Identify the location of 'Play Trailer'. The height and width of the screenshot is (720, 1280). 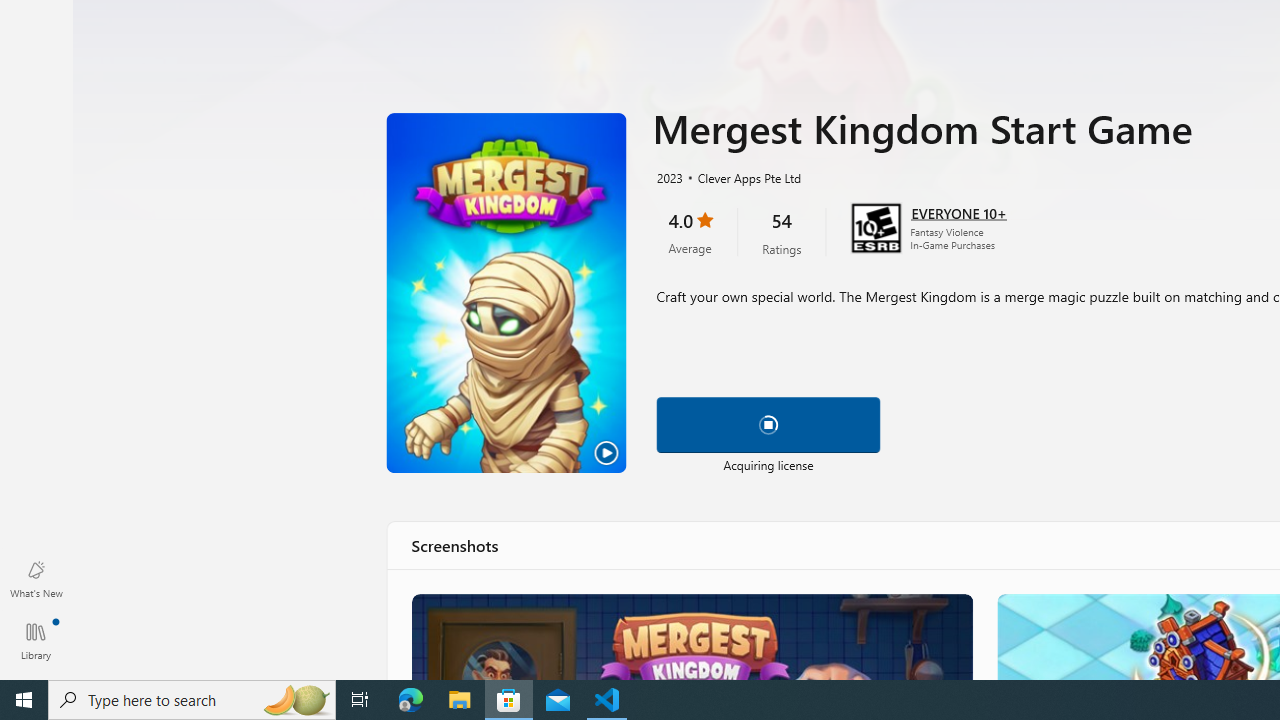
(506, 293).